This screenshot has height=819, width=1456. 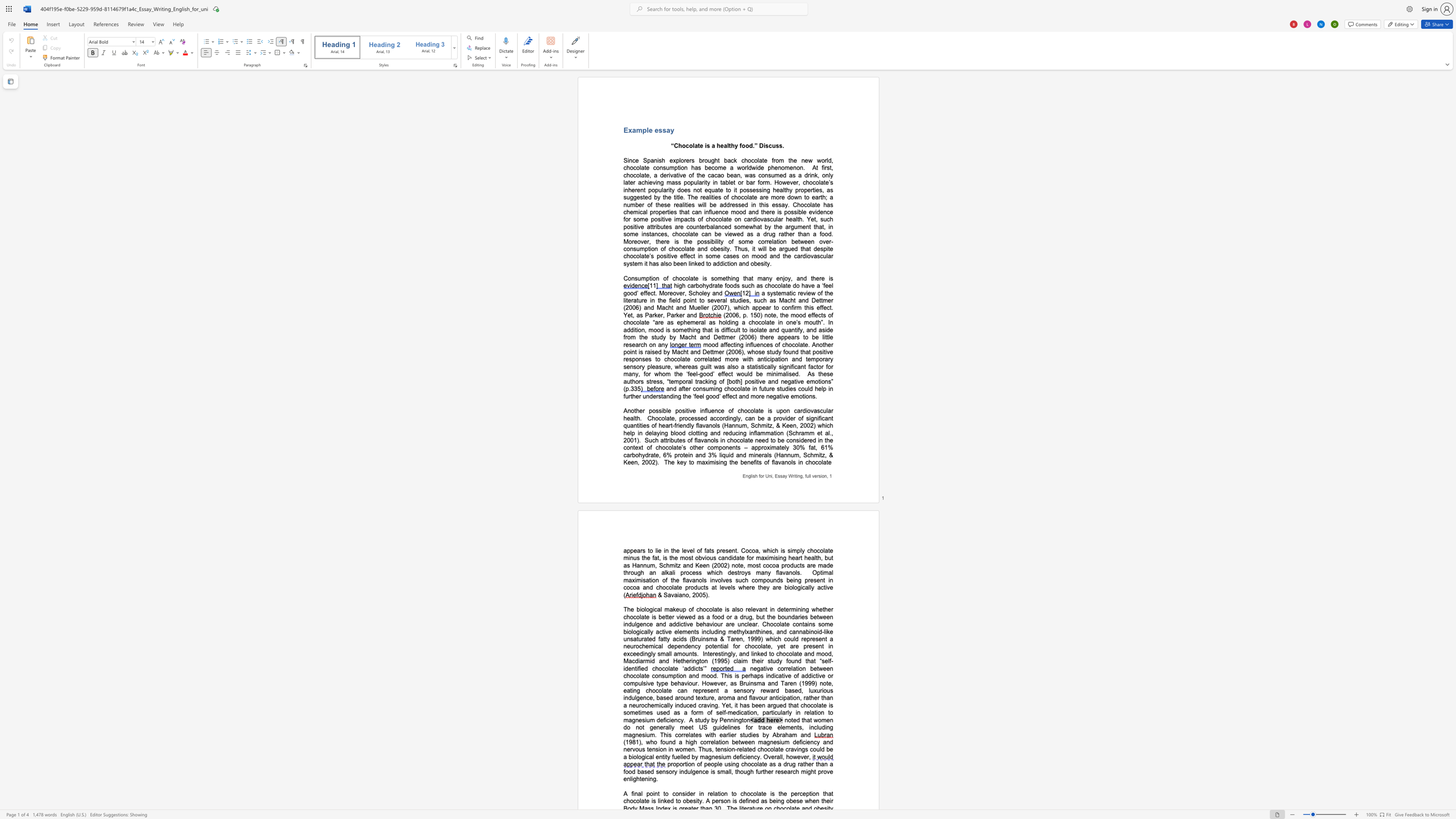 What do you see at coordinates (666, 219) in the screenshot?
I see `the 1th character "v" in the text` at bounding box center [666, 219].